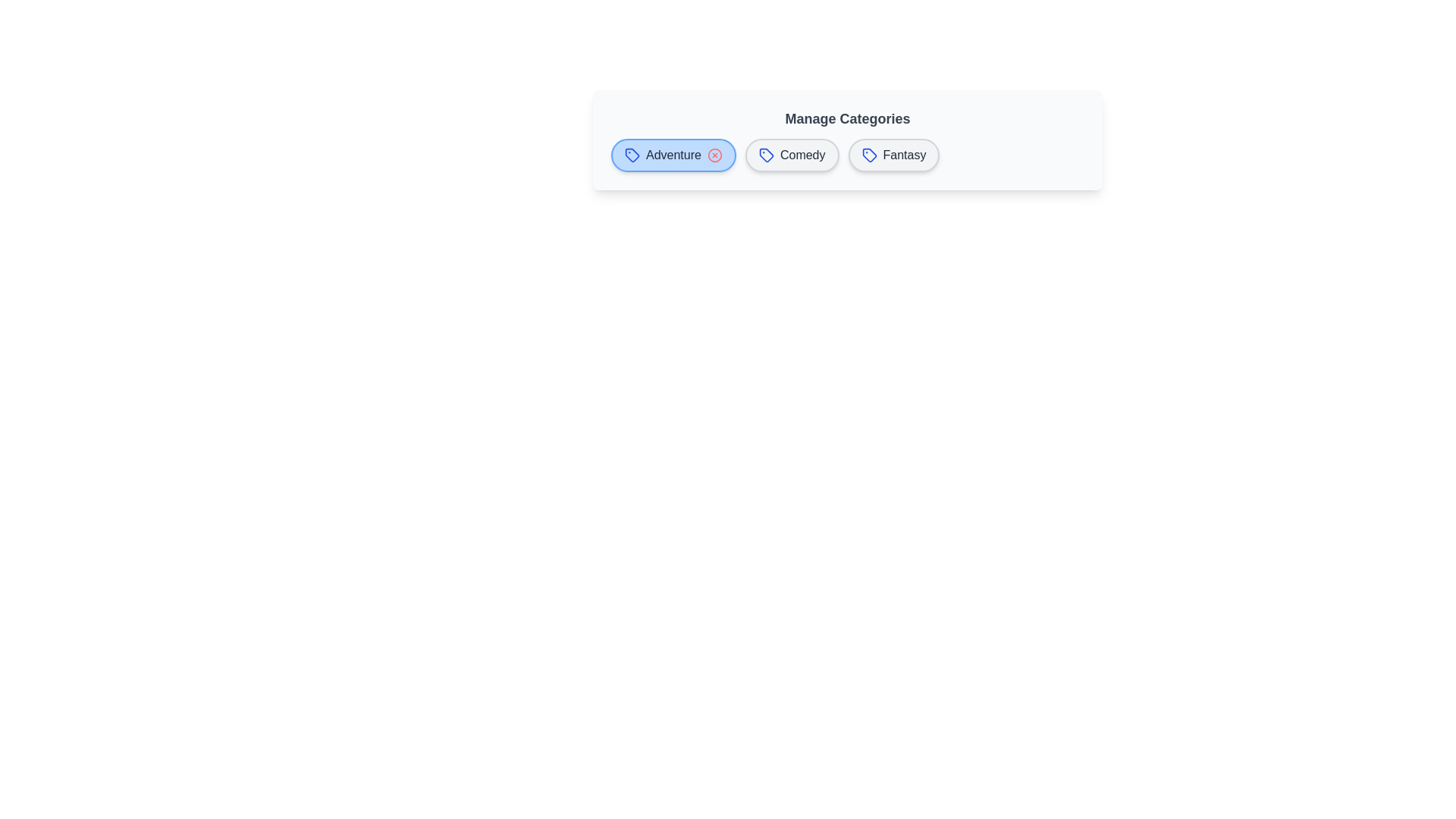  What do you see at coordinates (791, 155) in the screenshot?
I see `the chip labeled Comedy to observe its hover effect` at bounding box center [791, 155].